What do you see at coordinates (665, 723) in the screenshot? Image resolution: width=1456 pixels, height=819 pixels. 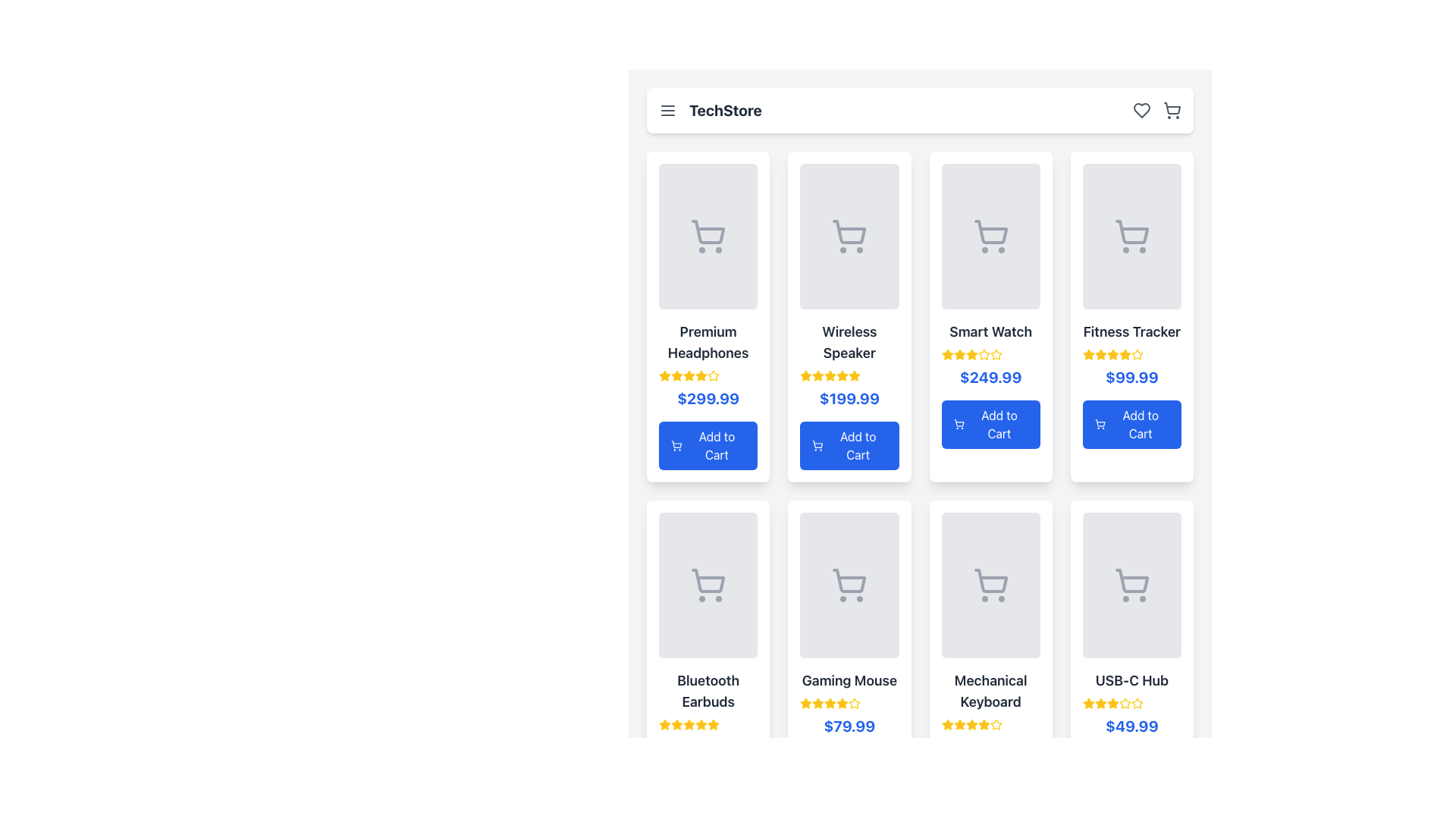 I see `the visual state of the star rating icon for the 'Bluetooth Earbuds' product located within the rating section of the product grid layout` at bounding box center [665, 723].